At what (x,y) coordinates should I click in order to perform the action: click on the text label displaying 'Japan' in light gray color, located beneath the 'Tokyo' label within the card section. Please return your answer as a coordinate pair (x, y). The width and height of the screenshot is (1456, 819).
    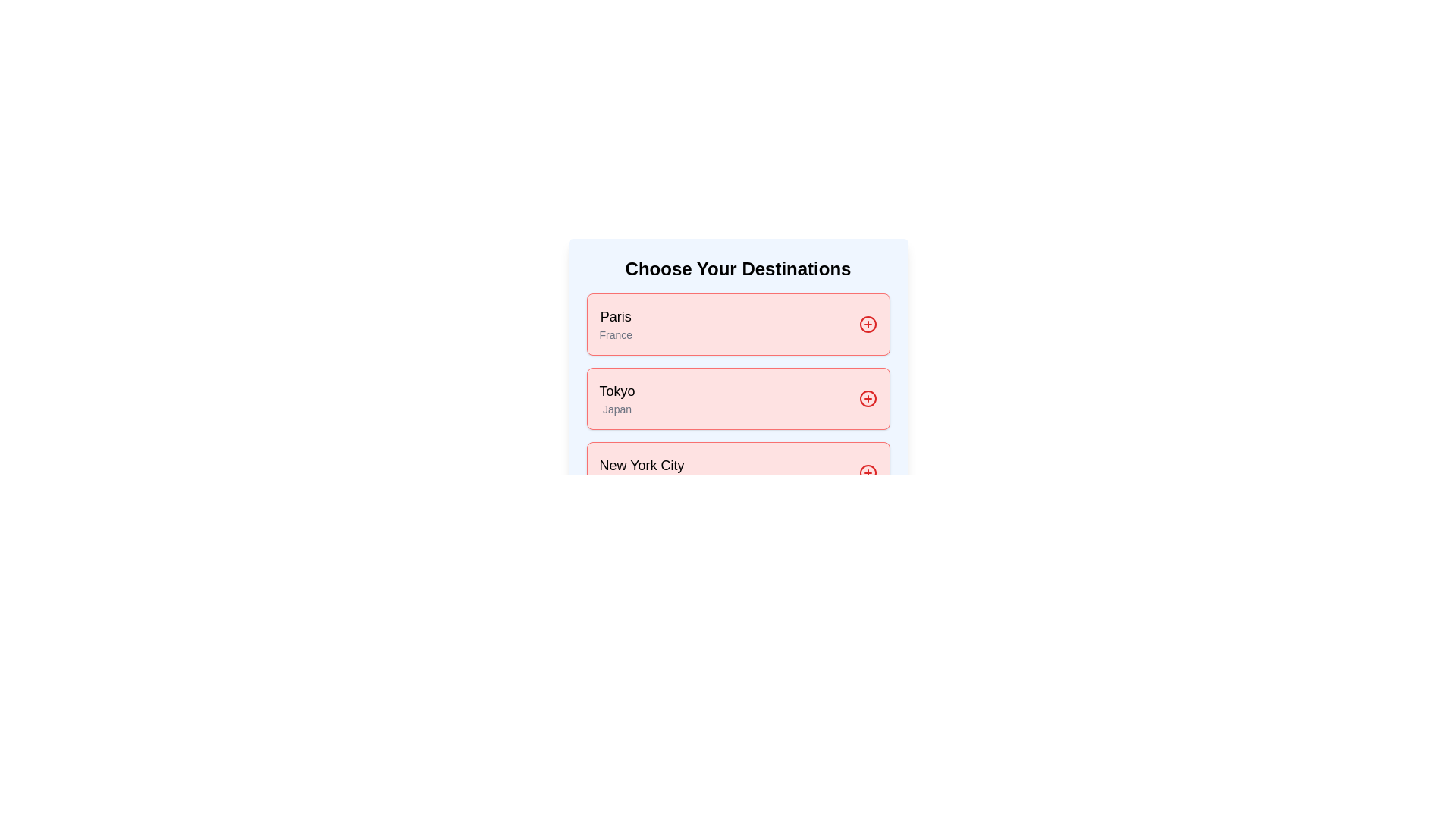
    Looking at the image, I should click on (617, 409).